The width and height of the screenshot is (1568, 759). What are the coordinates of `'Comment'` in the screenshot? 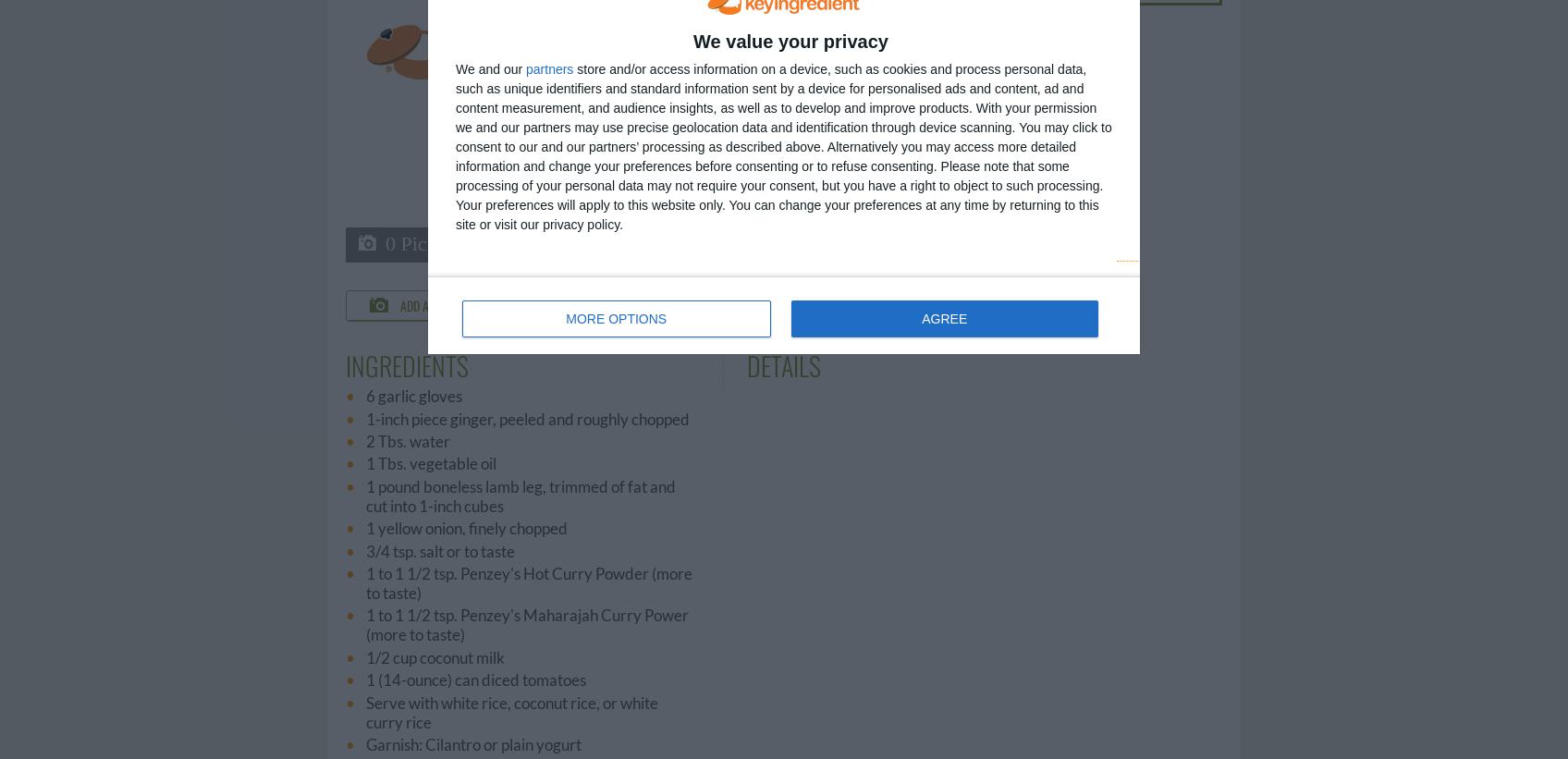 It's located at (558, 304).